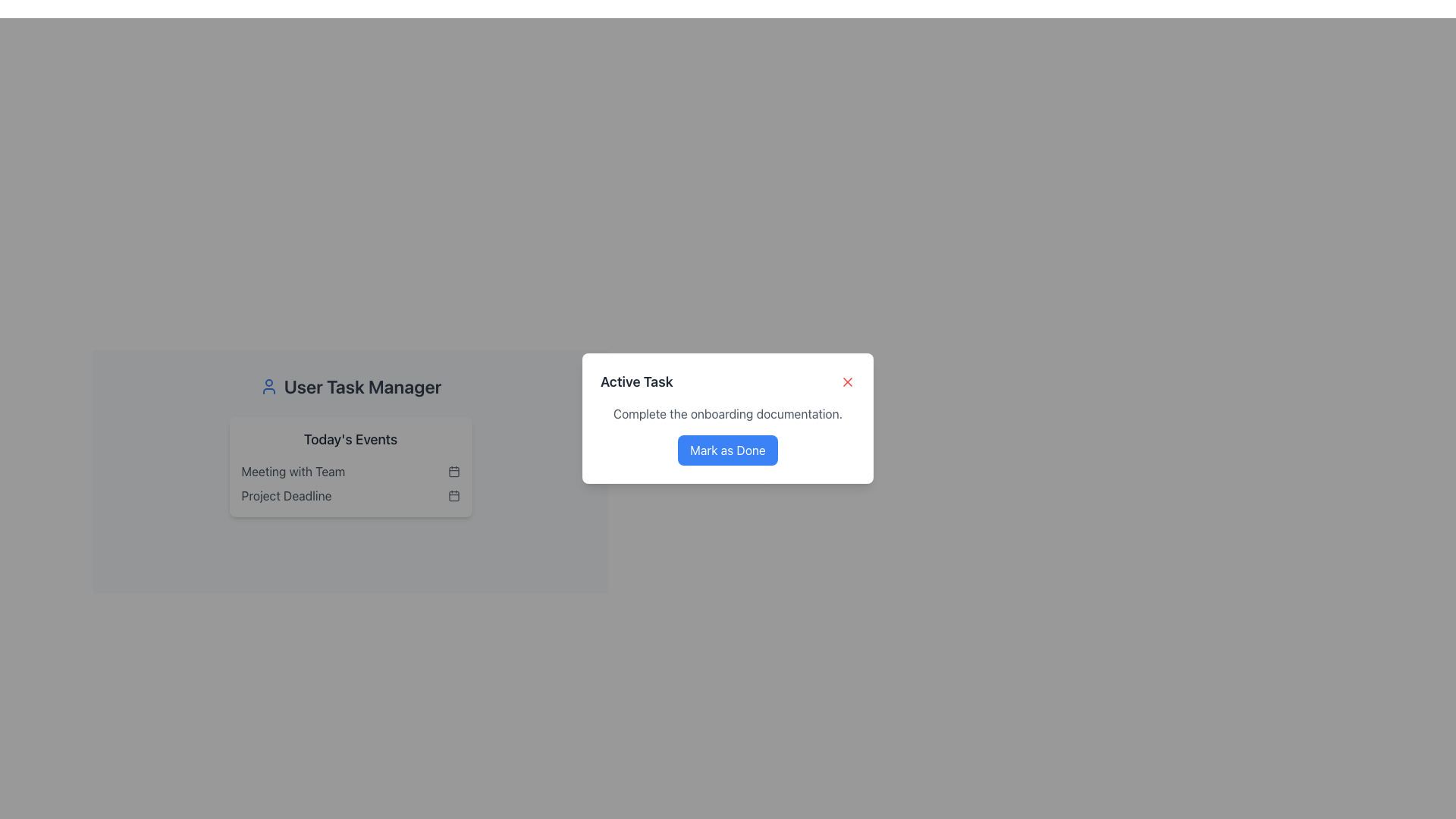 This screenshot has height=819, width=1456. What do you see at coordinates (728, 450) in the screenshot?
I see `the blue button labeled 'Mark as Done' to observe any hover-specific effects` at bounding box center [728, 450].